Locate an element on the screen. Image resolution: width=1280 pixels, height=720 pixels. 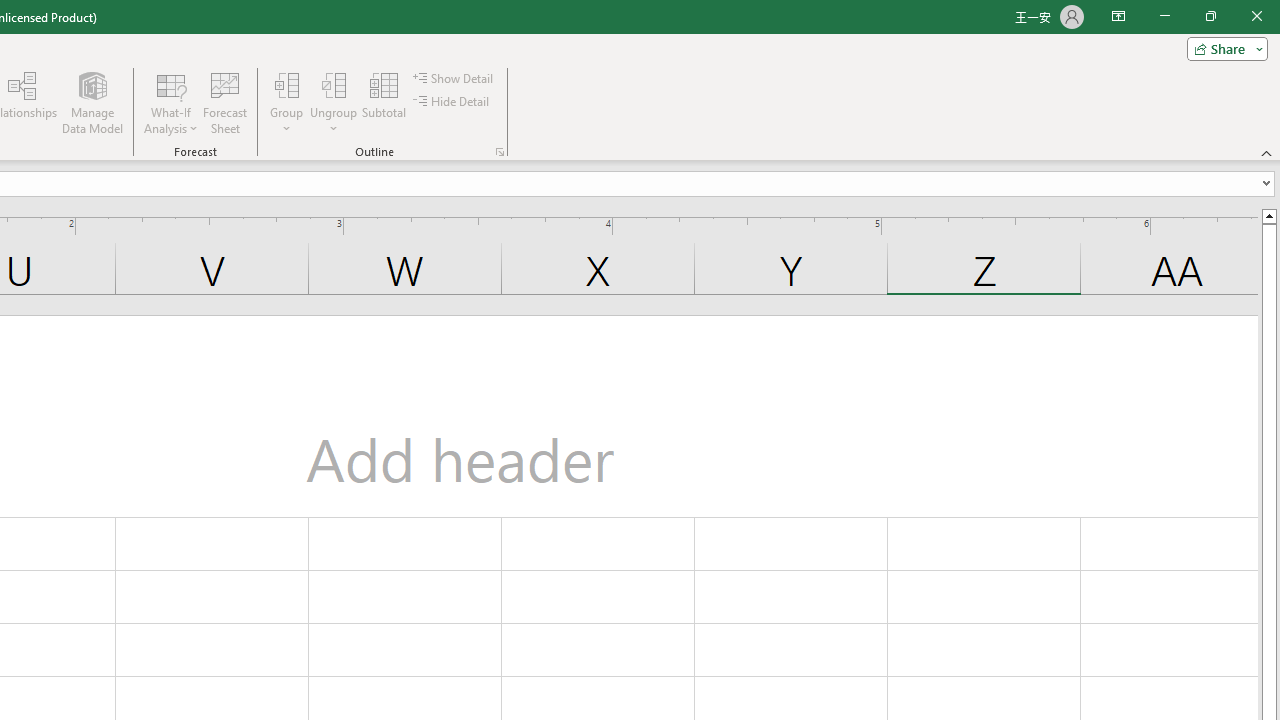
'Manage Data Model' is located at coordinates (91, 103).